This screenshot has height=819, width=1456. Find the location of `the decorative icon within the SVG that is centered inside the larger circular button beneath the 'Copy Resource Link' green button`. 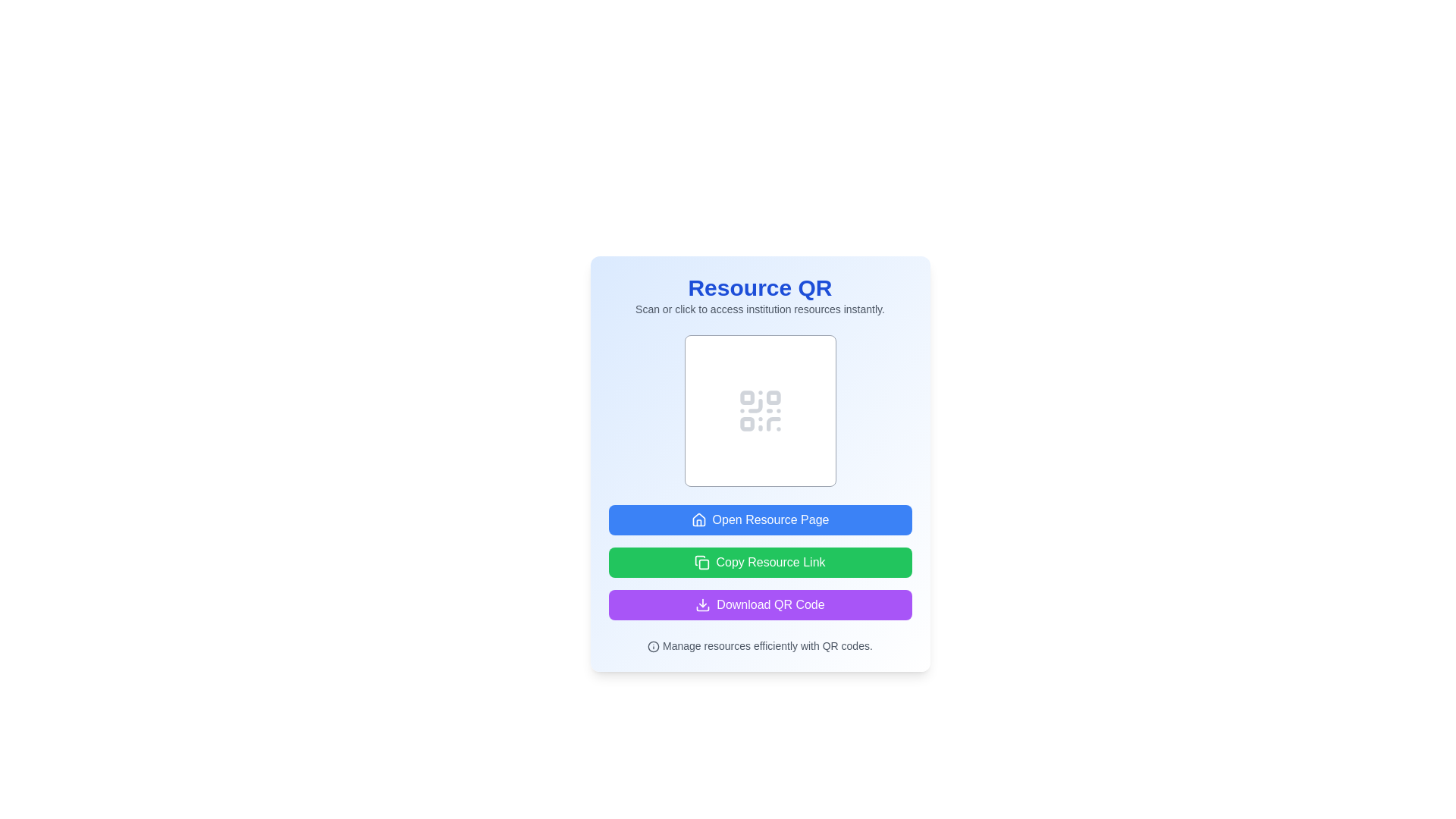

the decorative icon within the SVG that is centered inside the larger circular button beneath the 'Copy Resource Link' green button is located at coordinates (703, 564).